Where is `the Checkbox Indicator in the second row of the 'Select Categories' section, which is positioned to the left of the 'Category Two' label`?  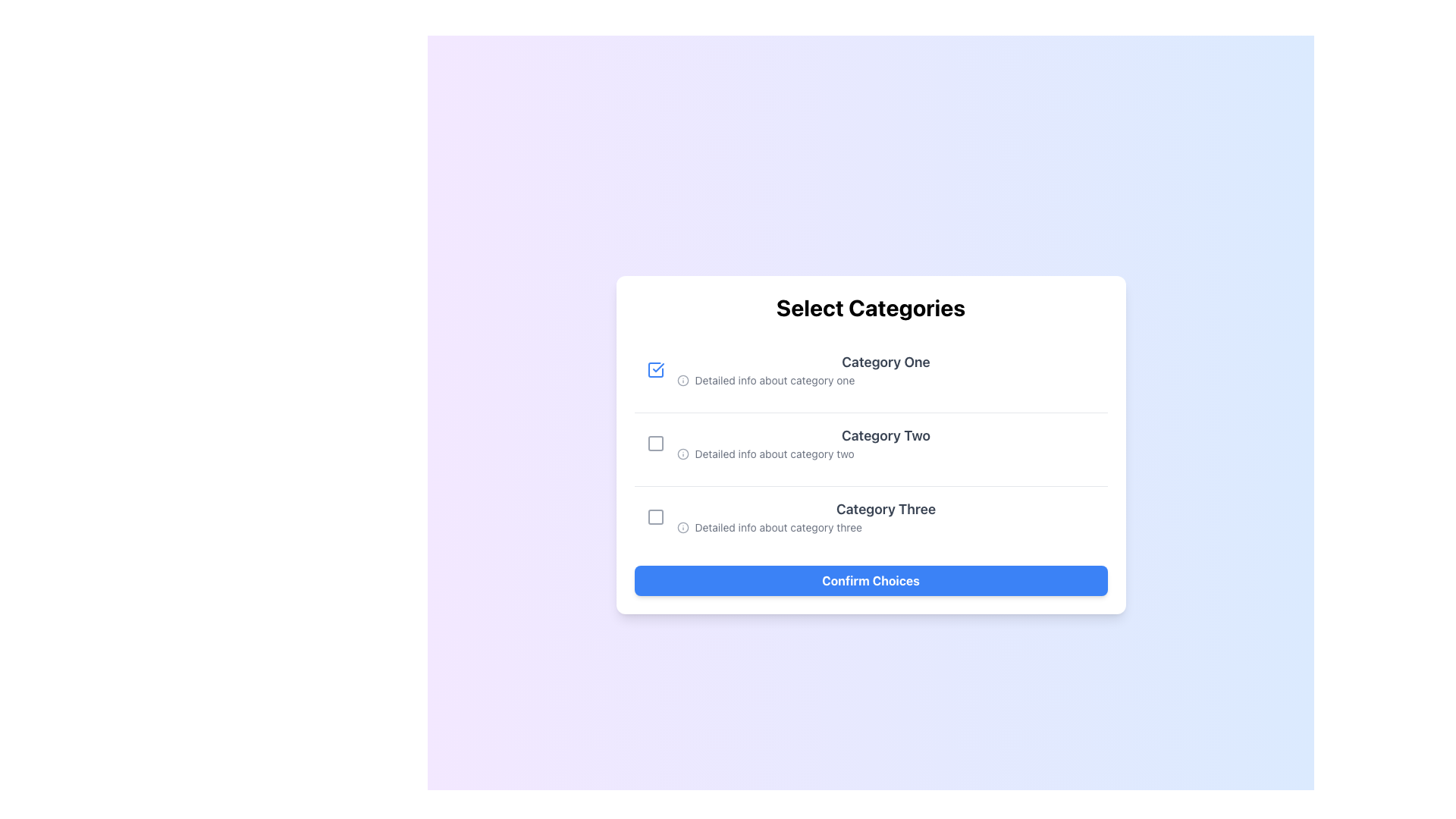 the Checkbox Indicator in the second row of the 'Select Categories' section, which is positioned to the left of the 'Category Two' label is located at coordinates (655, 444).